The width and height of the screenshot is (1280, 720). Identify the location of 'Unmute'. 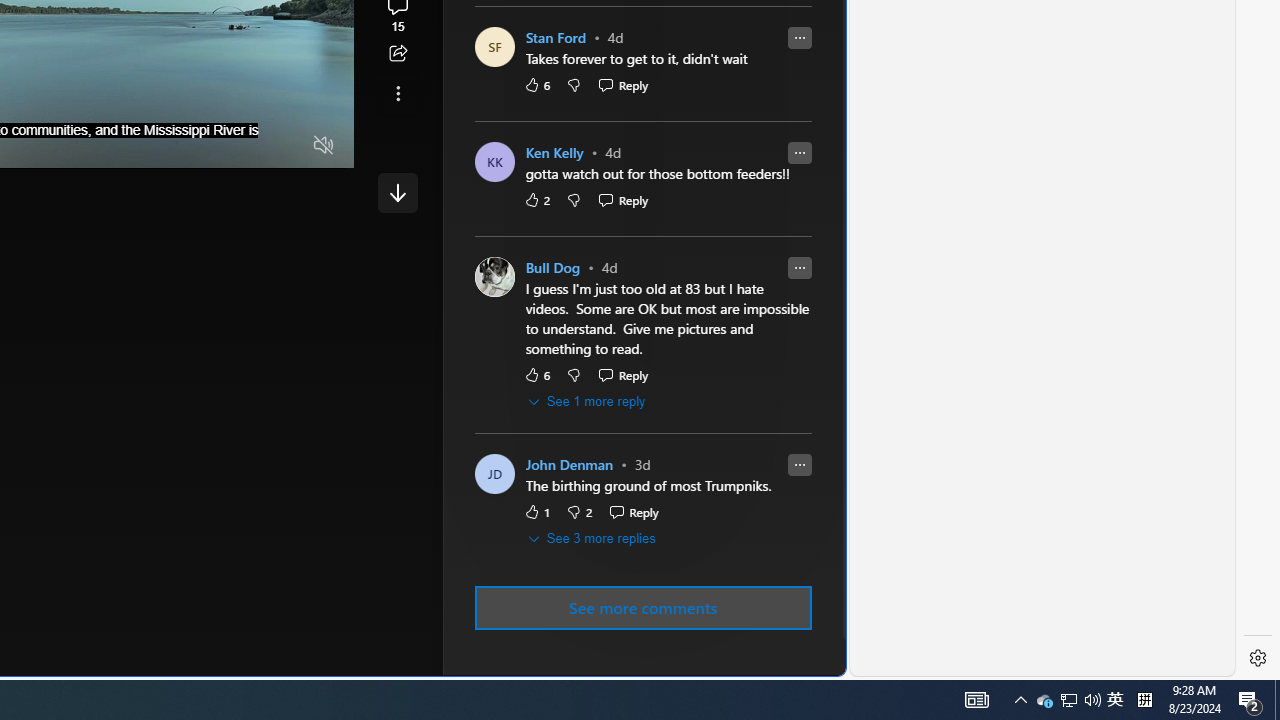
(324, 145).